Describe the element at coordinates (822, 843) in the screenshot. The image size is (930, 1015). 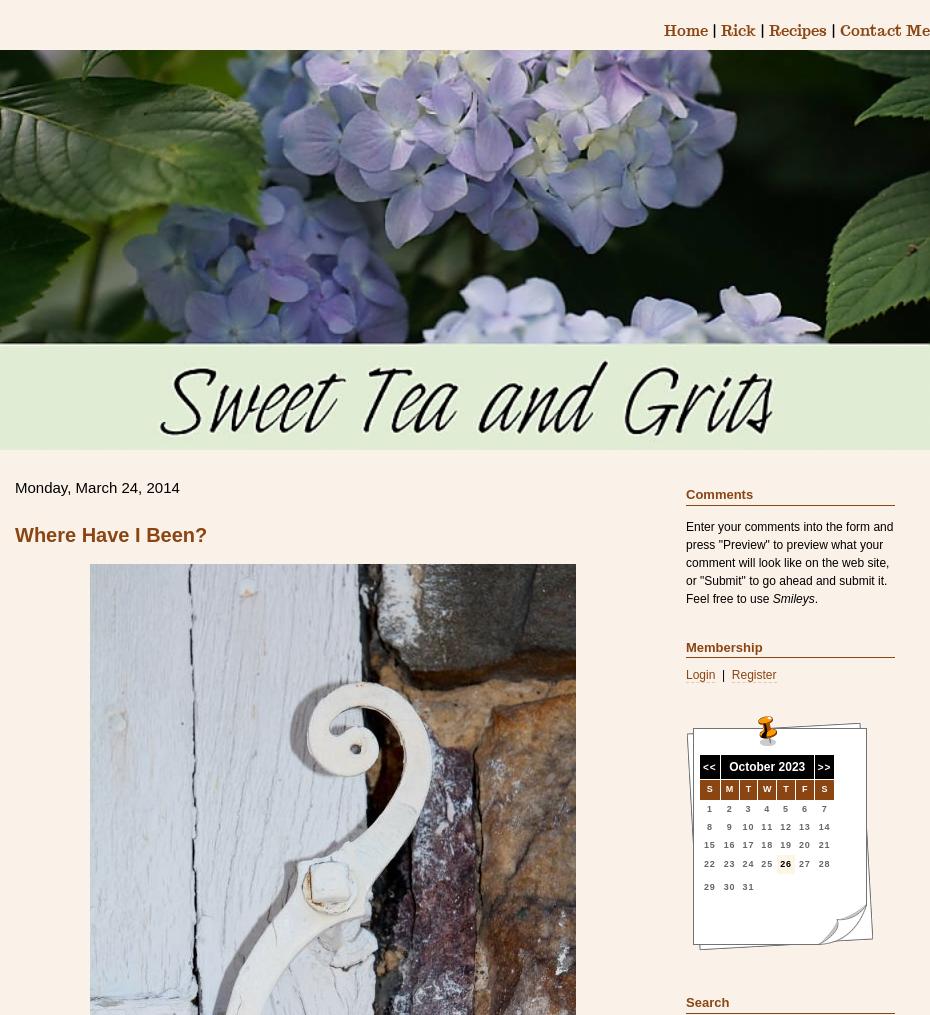
I see `'21'` at that location.